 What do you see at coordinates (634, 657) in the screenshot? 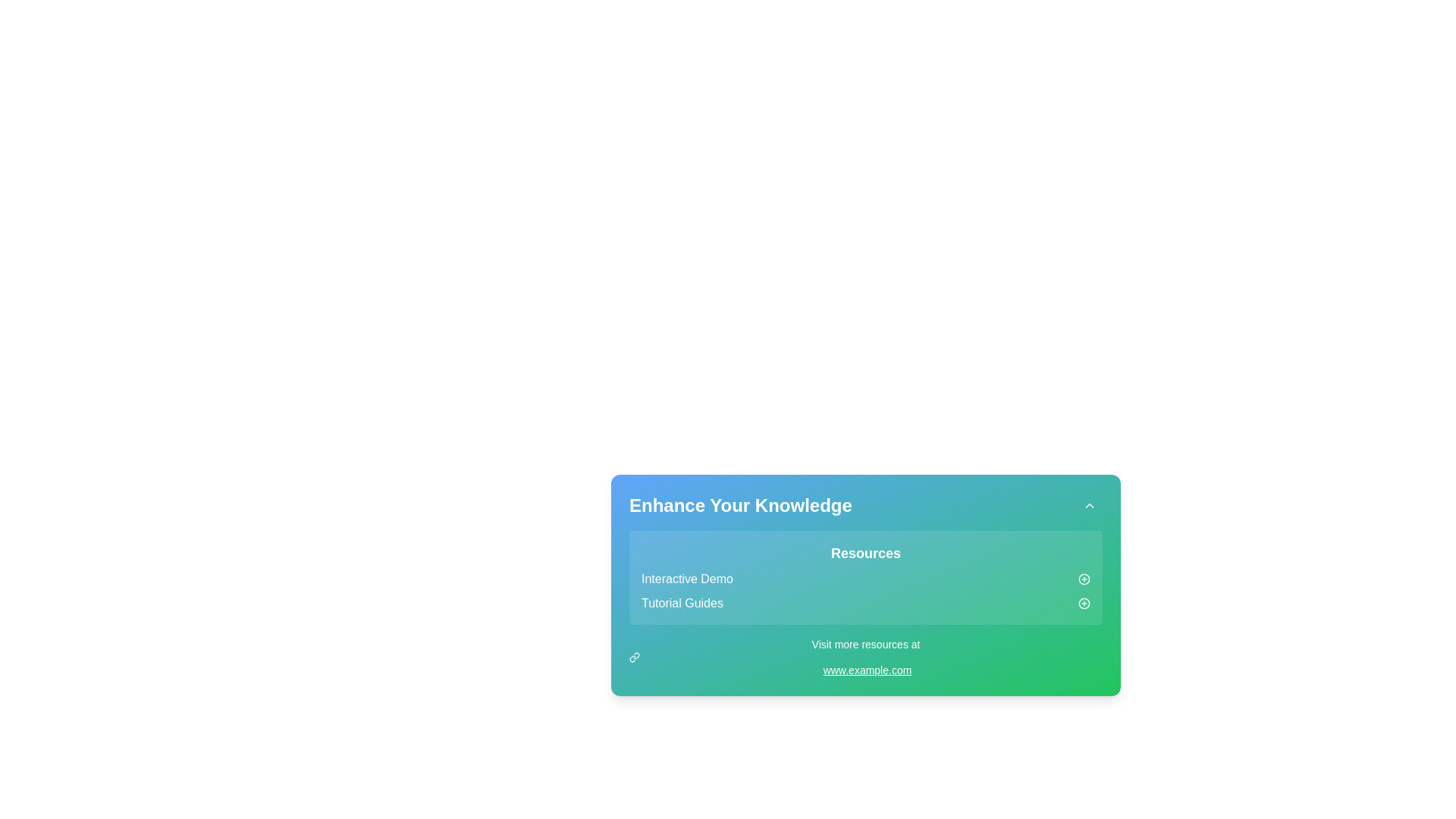
I see `the connectivity icon (SVG) located at the bottom left of the 'Enhance Your Knowledge' card, positioned near the text 'Visit more resources at www.example.com.'` at bounding box center [634, 657].